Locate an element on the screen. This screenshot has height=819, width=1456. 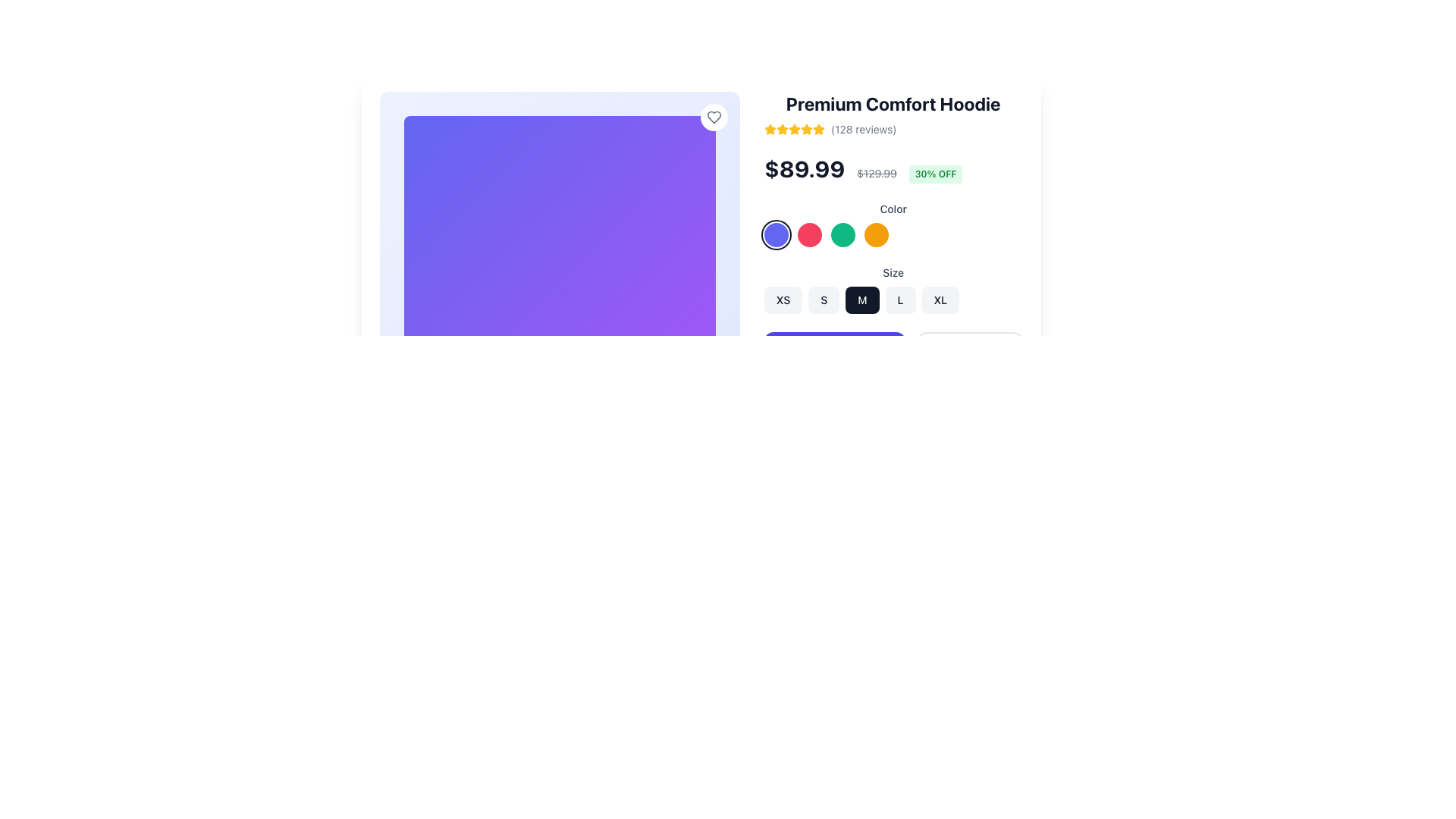
the fifth star icon in the rating system, which is part of a horizontally arranged group of six stars located in the upper-right section of the interface is located at coordinates (793, 128).